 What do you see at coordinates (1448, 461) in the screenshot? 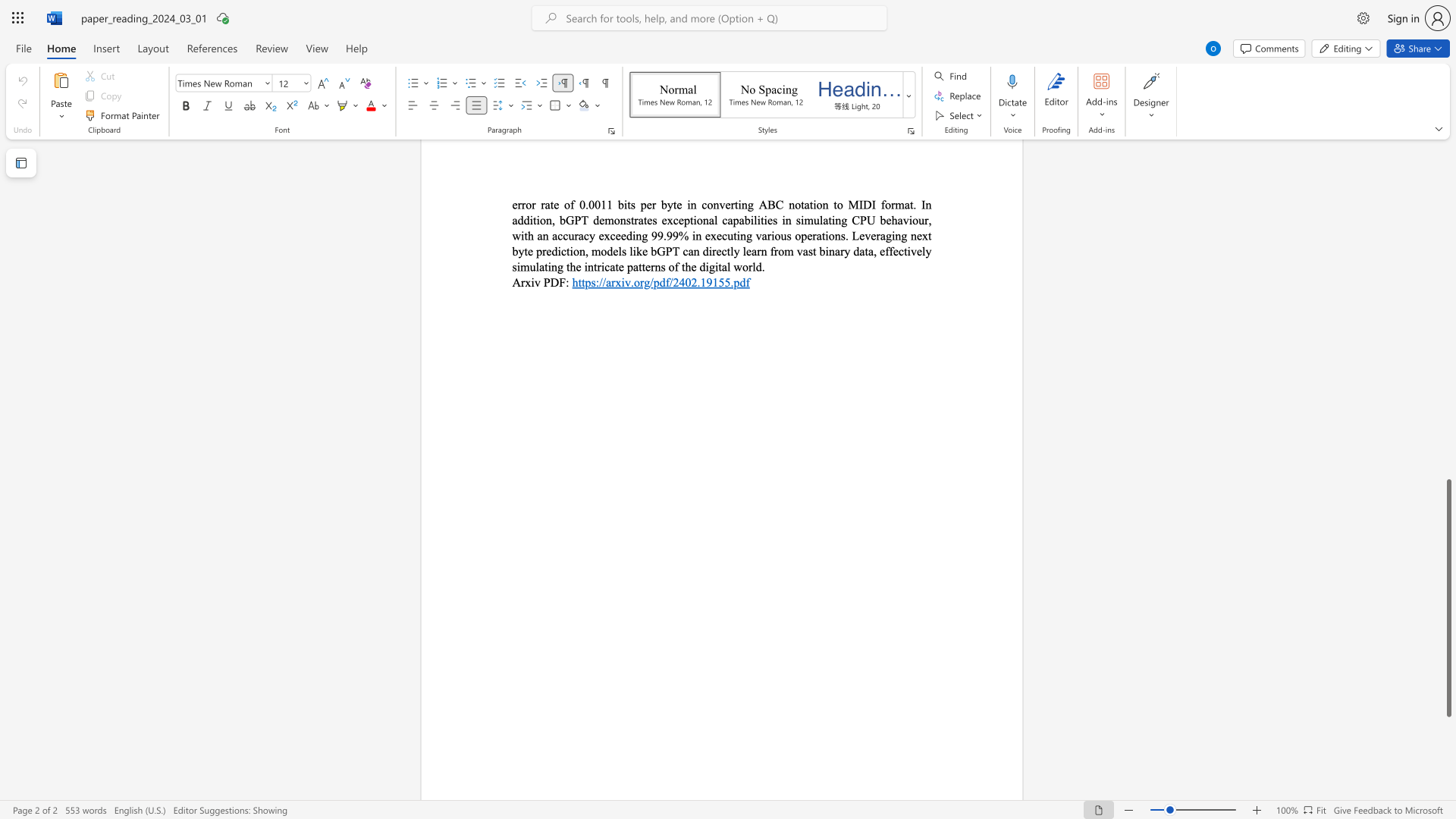
I see `the scrollbar to scroll the page up` at bounding box center [1448, 461].